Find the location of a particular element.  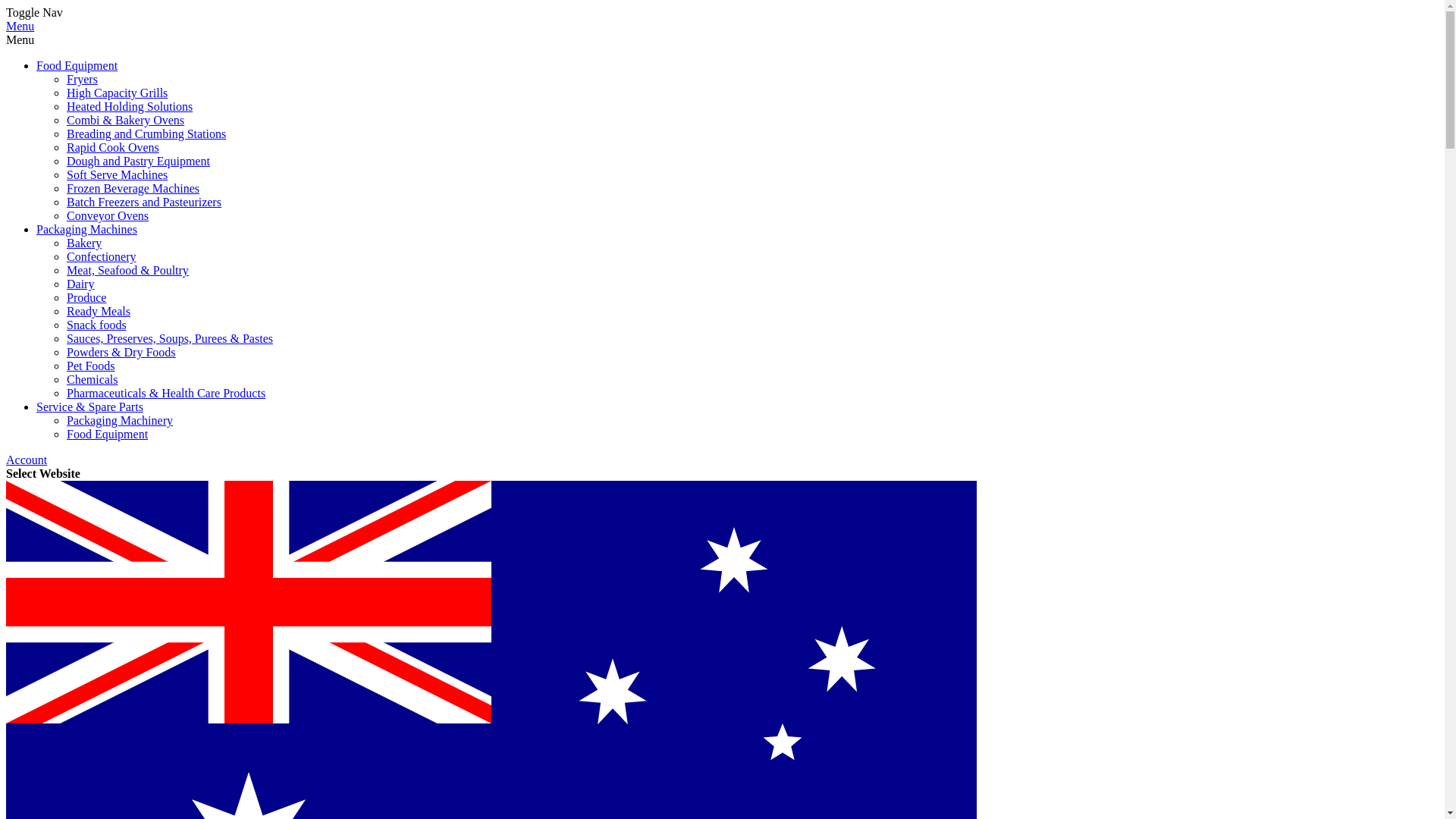

'Packaging Machinery' is located at coordinates (119, 420).